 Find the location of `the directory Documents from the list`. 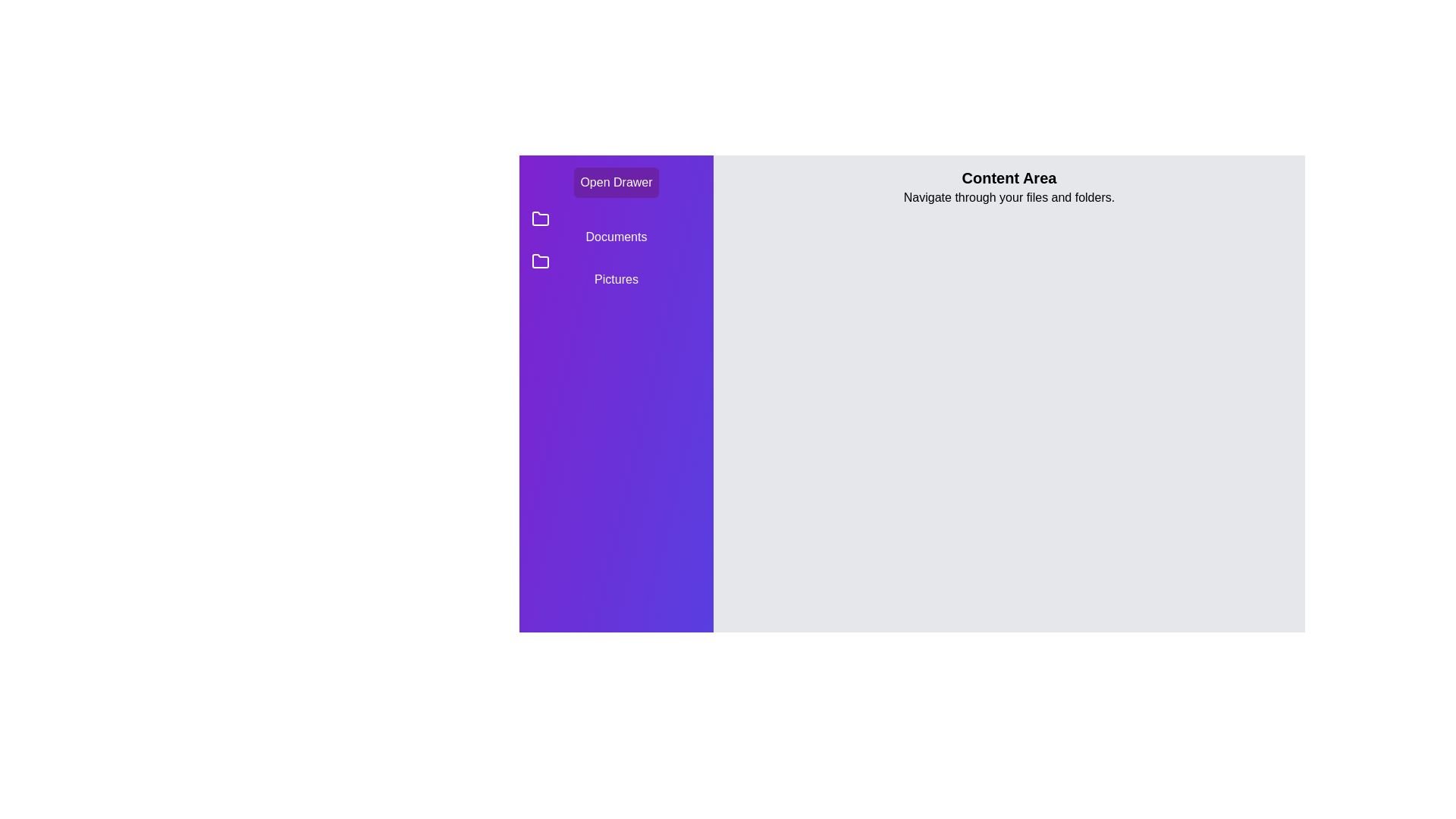

the directory Documents from the list is located at coordinates (616, 227).